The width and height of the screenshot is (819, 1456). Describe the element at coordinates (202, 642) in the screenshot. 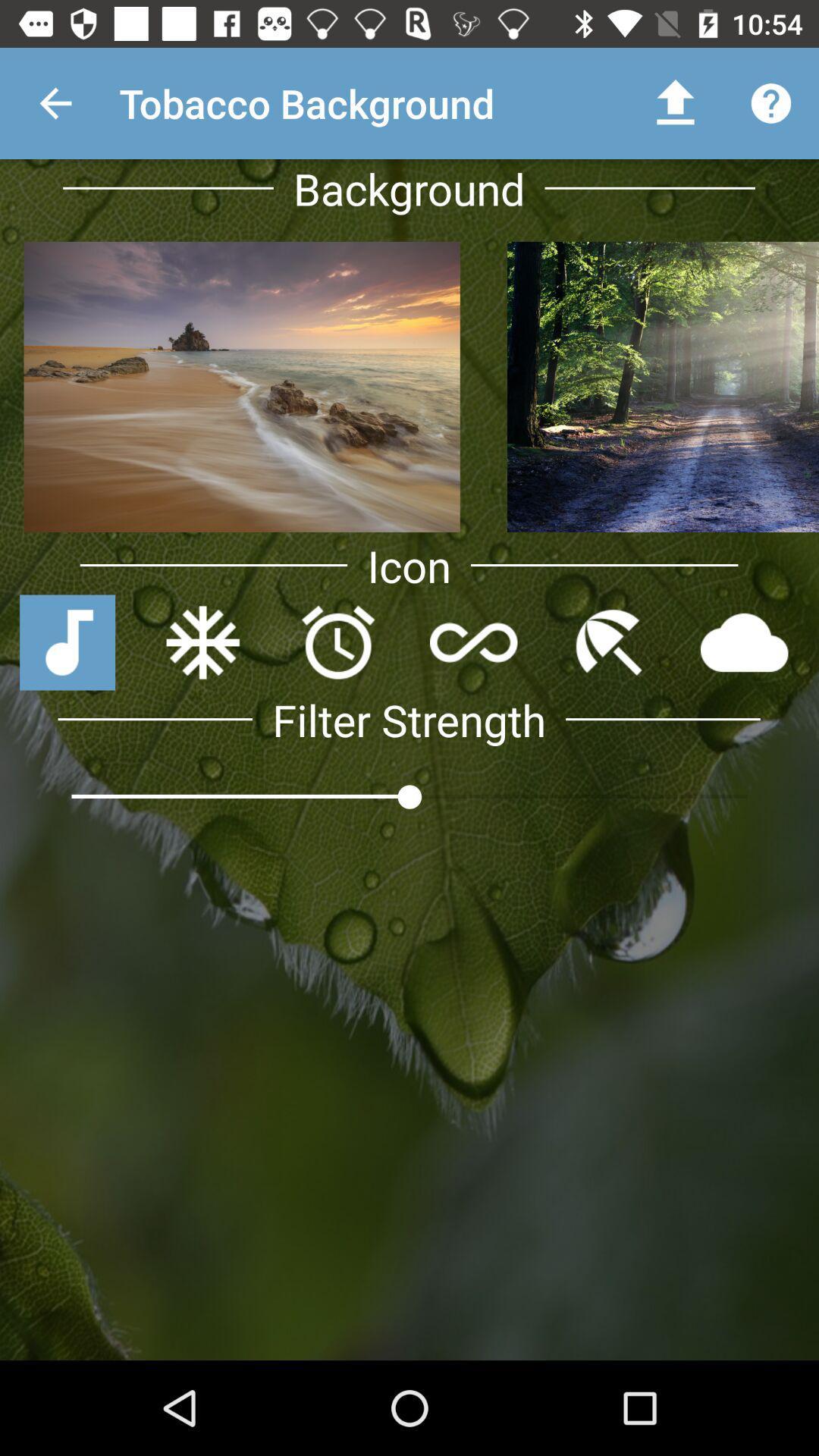

I see `the close icon` at that location.